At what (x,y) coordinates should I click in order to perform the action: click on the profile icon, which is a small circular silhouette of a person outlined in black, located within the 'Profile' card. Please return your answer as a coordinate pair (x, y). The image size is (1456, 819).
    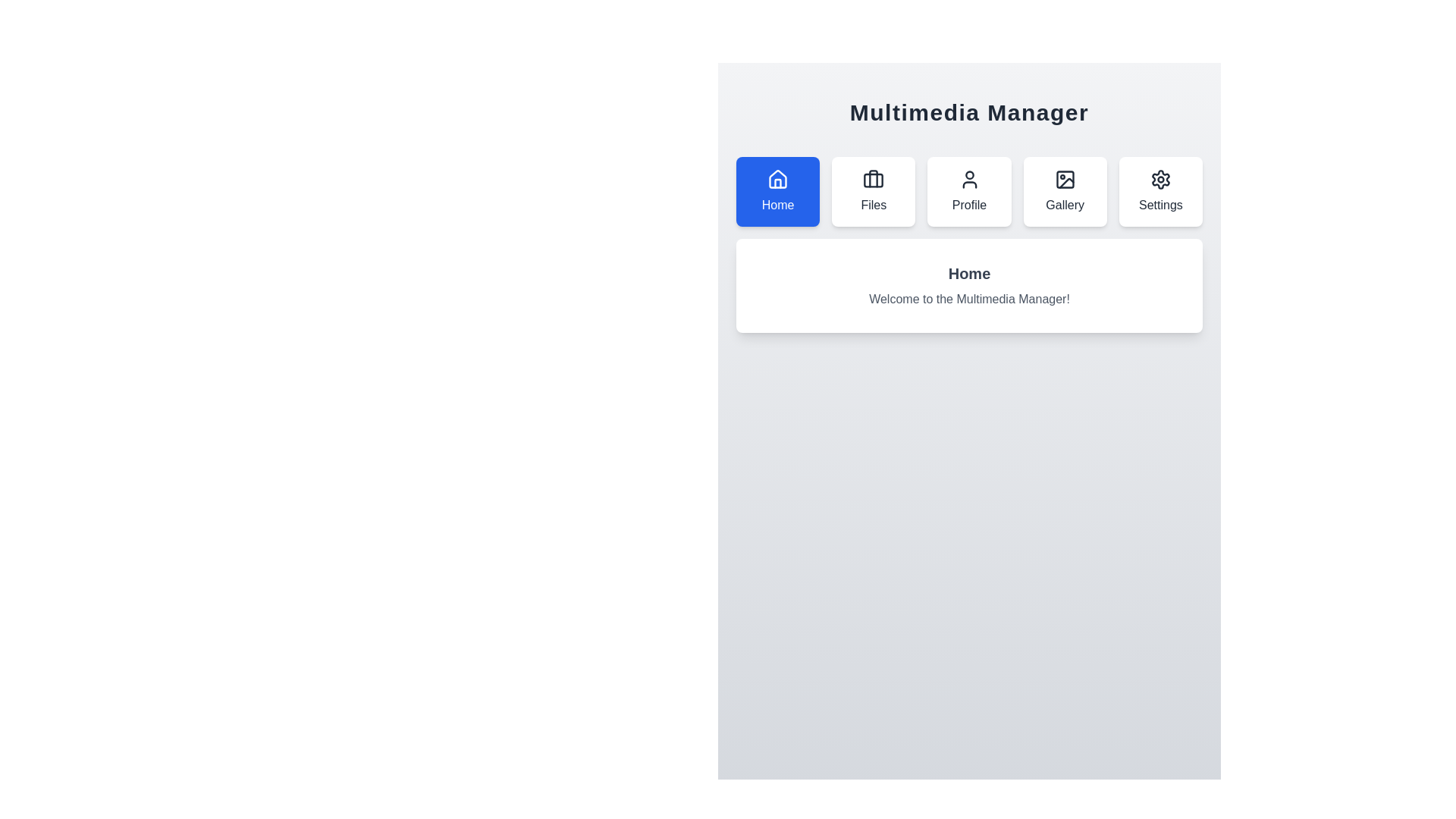
    Looking at the image, I should click on (968, 178).